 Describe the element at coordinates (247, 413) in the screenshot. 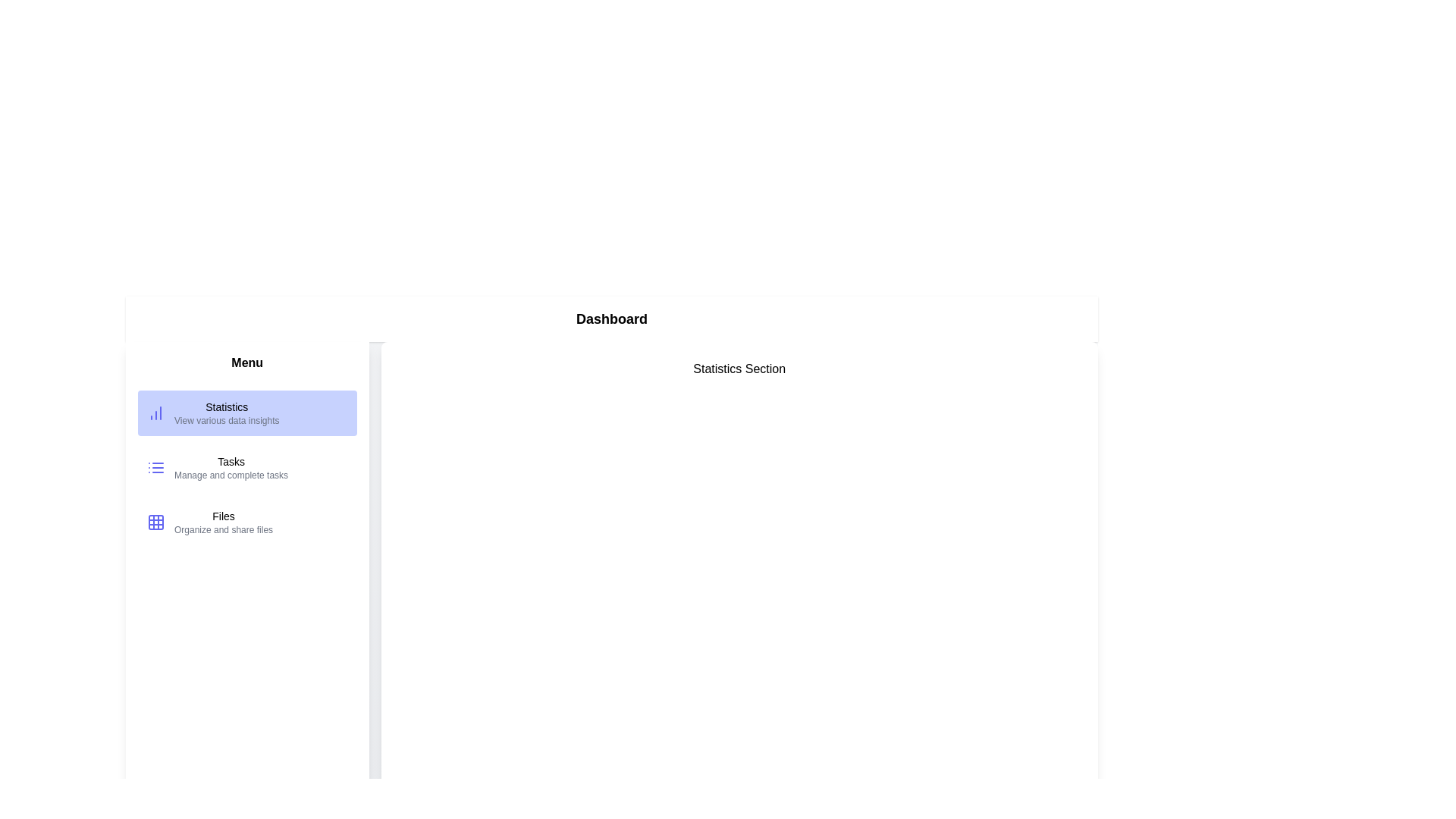

I see `the menu tab labeled Statistics to highlight it` at that location.